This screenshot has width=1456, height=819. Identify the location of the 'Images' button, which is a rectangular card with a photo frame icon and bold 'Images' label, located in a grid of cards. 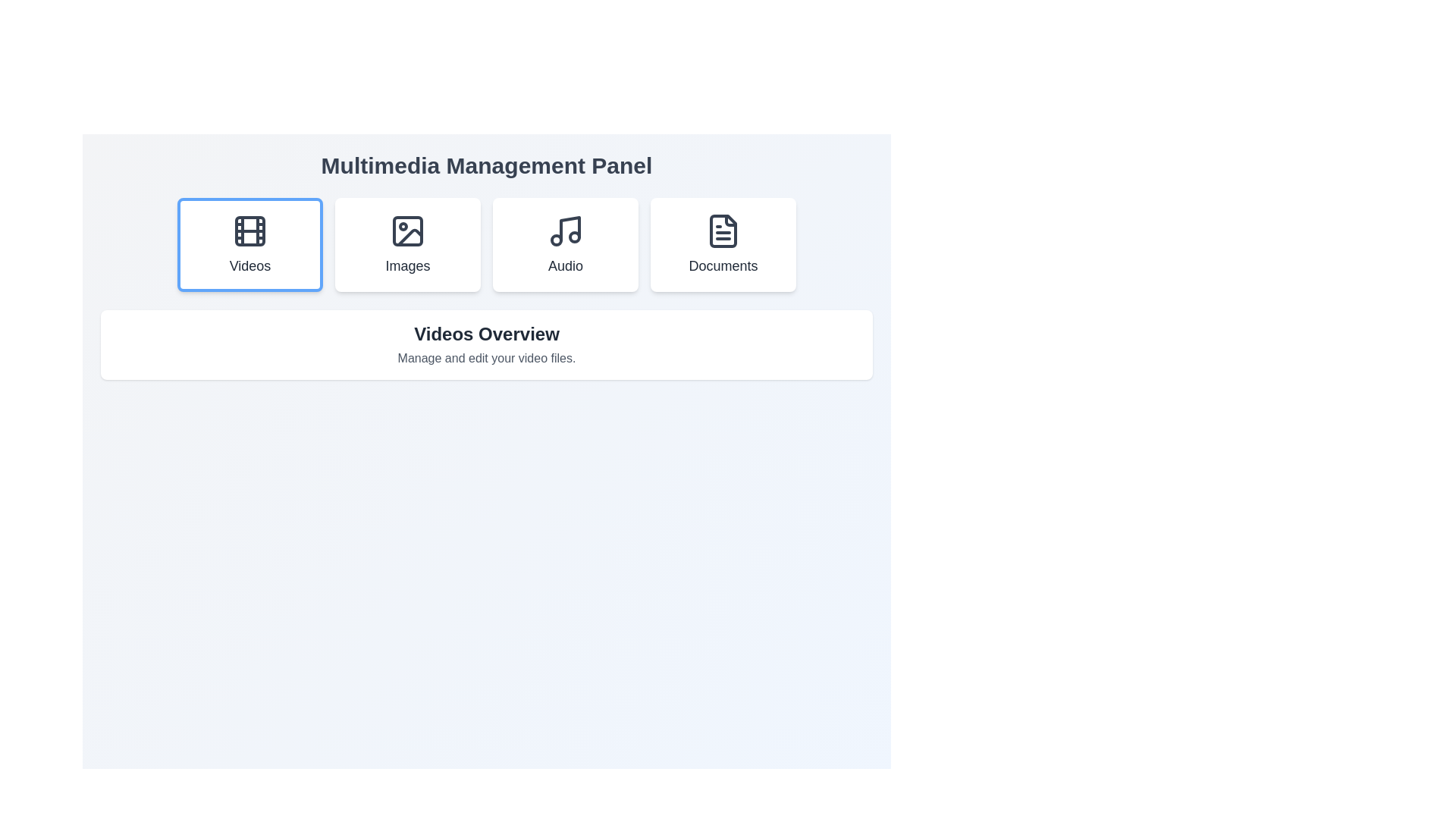
(407, 244).